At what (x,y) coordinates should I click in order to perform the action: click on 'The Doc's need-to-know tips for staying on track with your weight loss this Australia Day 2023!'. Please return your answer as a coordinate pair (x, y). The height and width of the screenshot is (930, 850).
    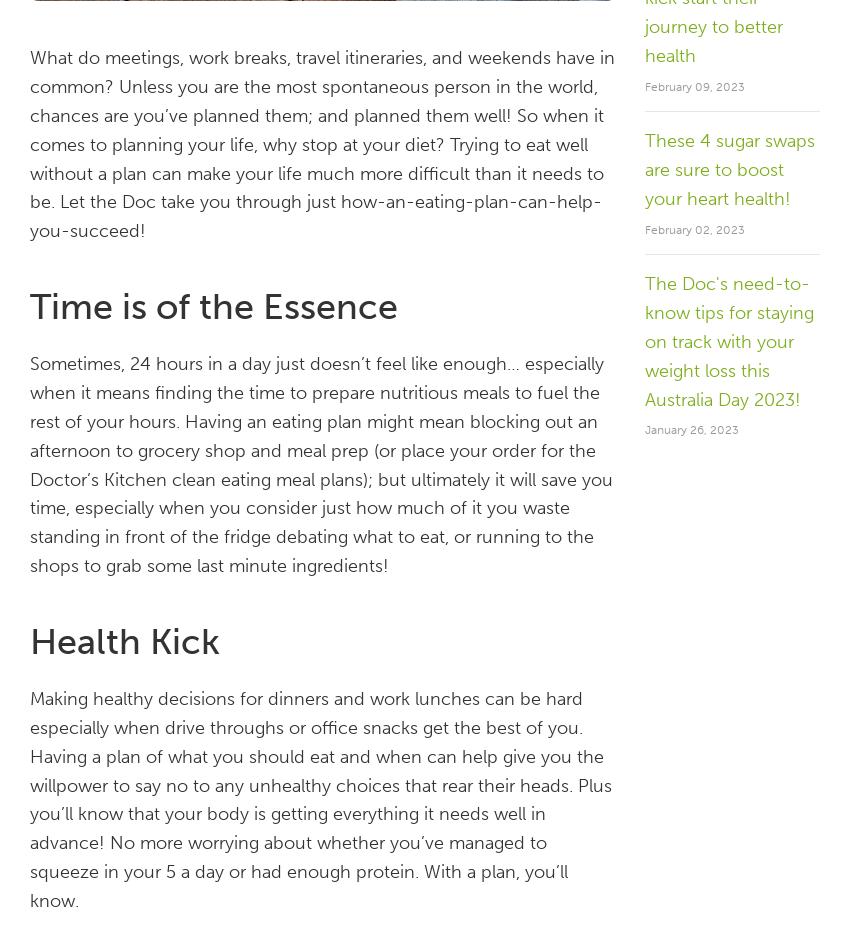
    Looking at the image, I should click on (729, 340).